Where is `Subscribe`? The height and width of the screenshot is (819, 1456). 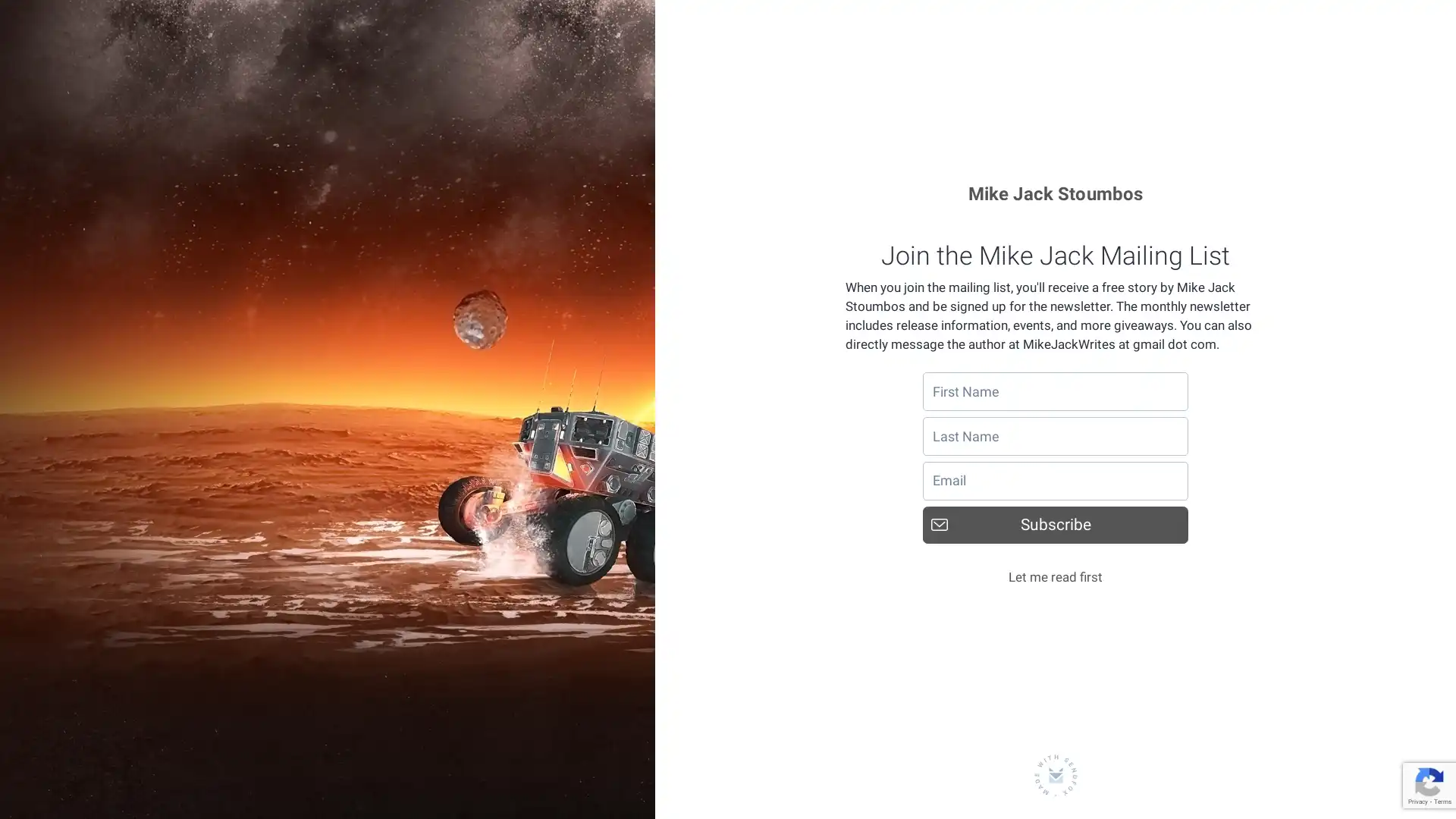 Subscribe is located at coordinates (1055, 523).